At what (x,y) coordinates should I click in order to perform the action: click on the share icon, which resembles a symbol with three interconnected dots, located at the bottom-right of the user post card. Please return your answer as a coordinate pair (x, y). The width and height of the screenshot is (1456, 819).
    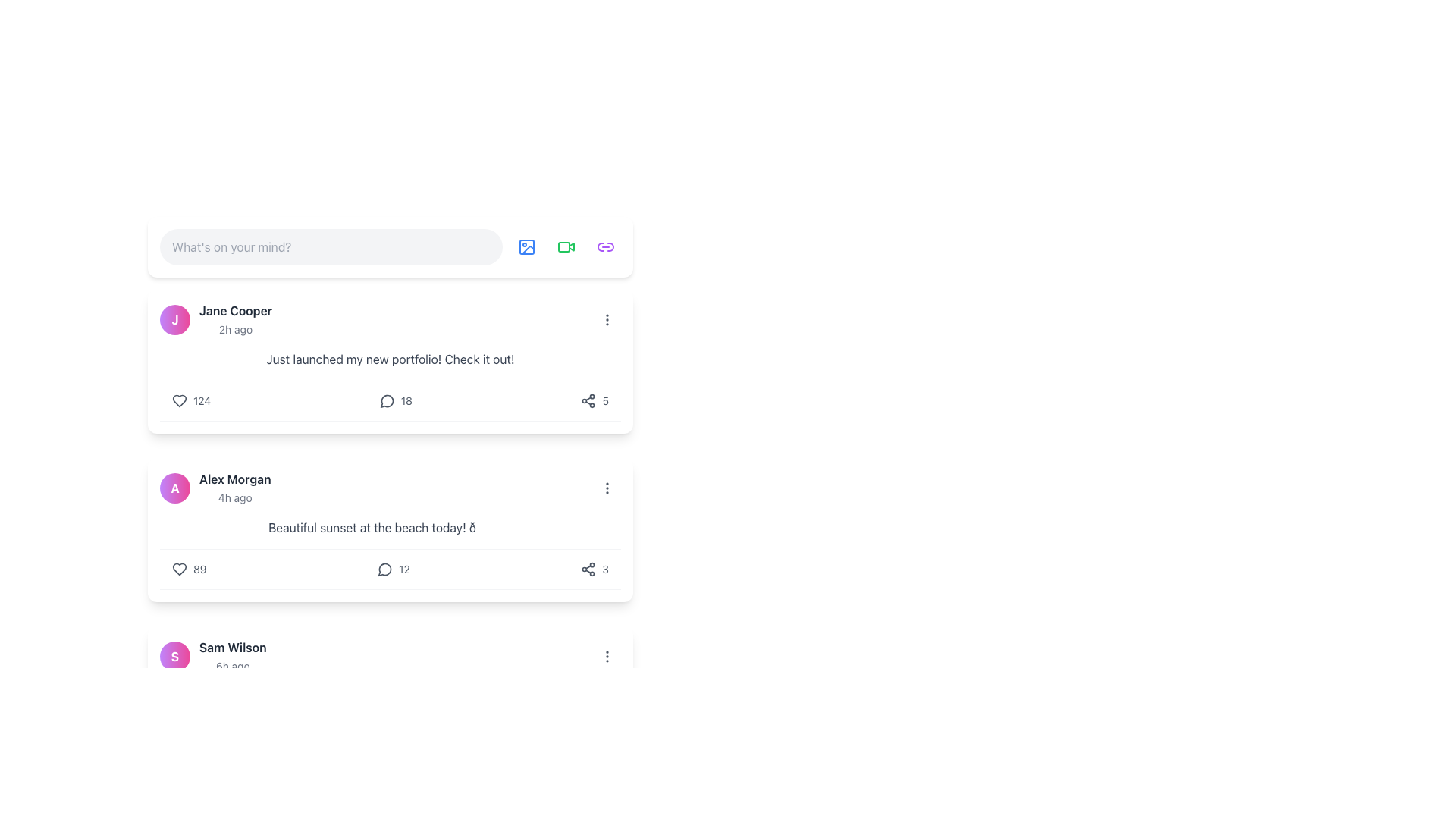
    Looking at the image, I should click on (588, 400).